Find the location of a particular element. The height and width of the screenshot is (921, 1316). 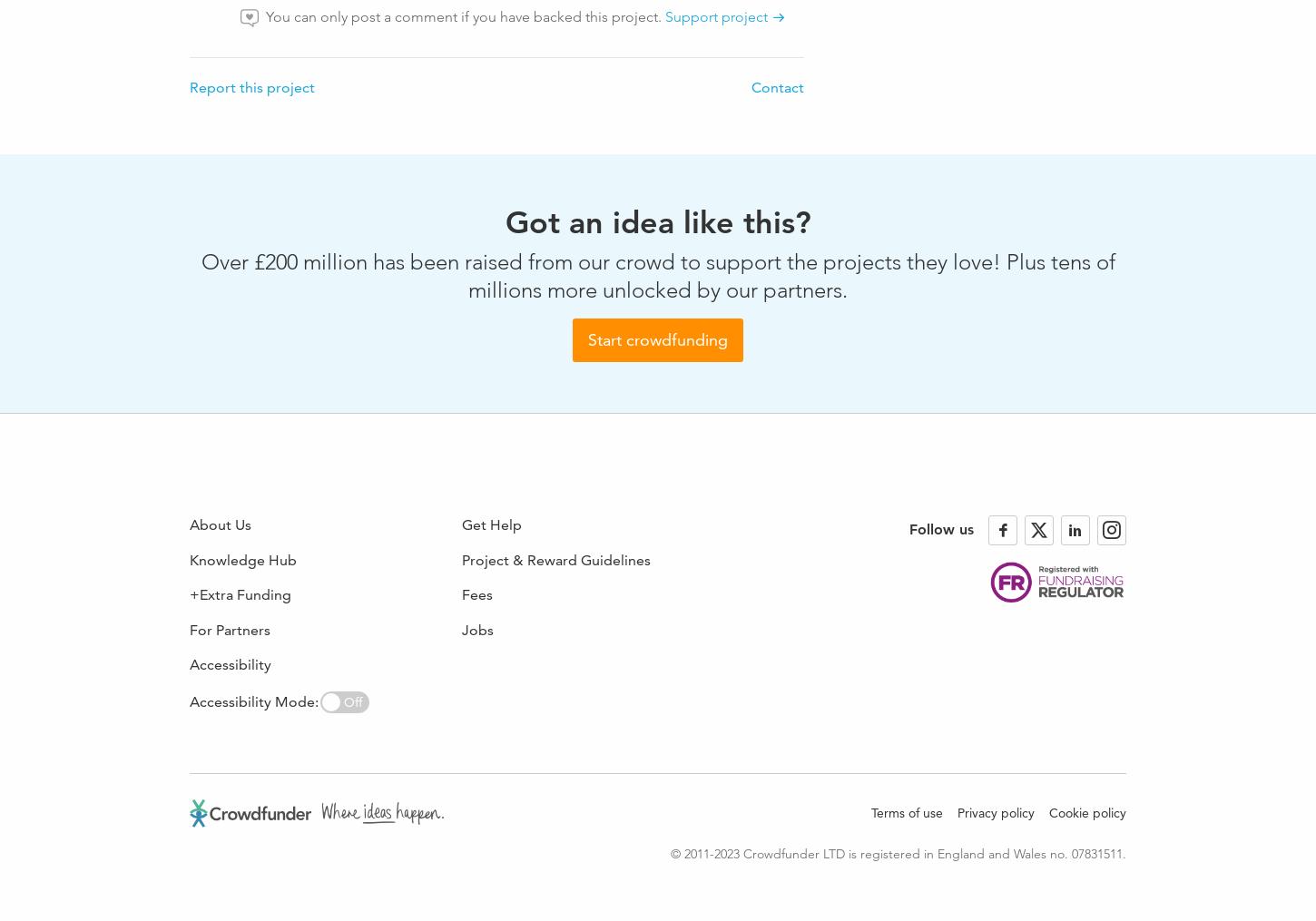

'Project & Reward Guidelines' is located at coordinates (555, 558).